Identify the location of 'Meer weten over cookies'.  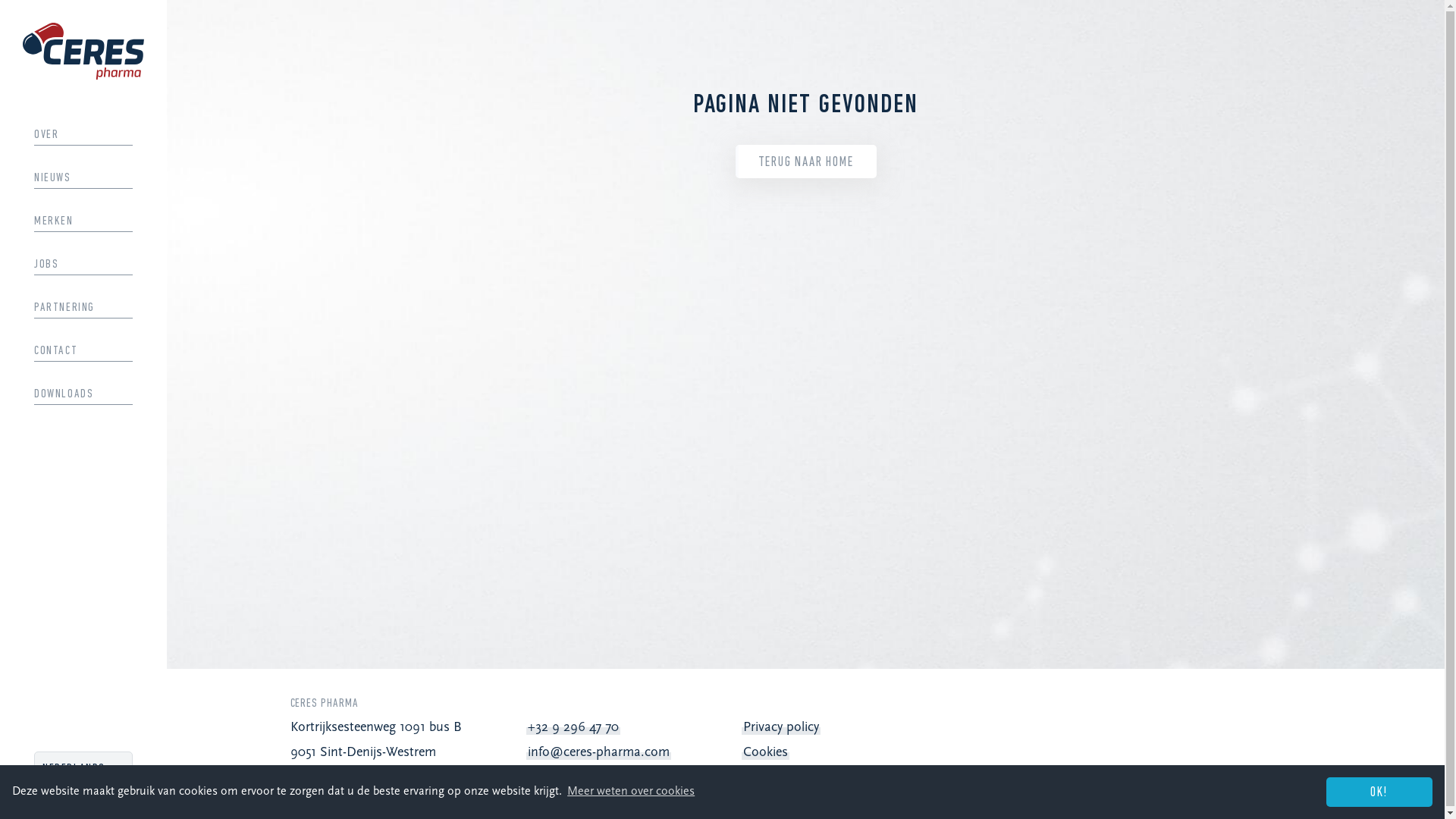
(630, 791).